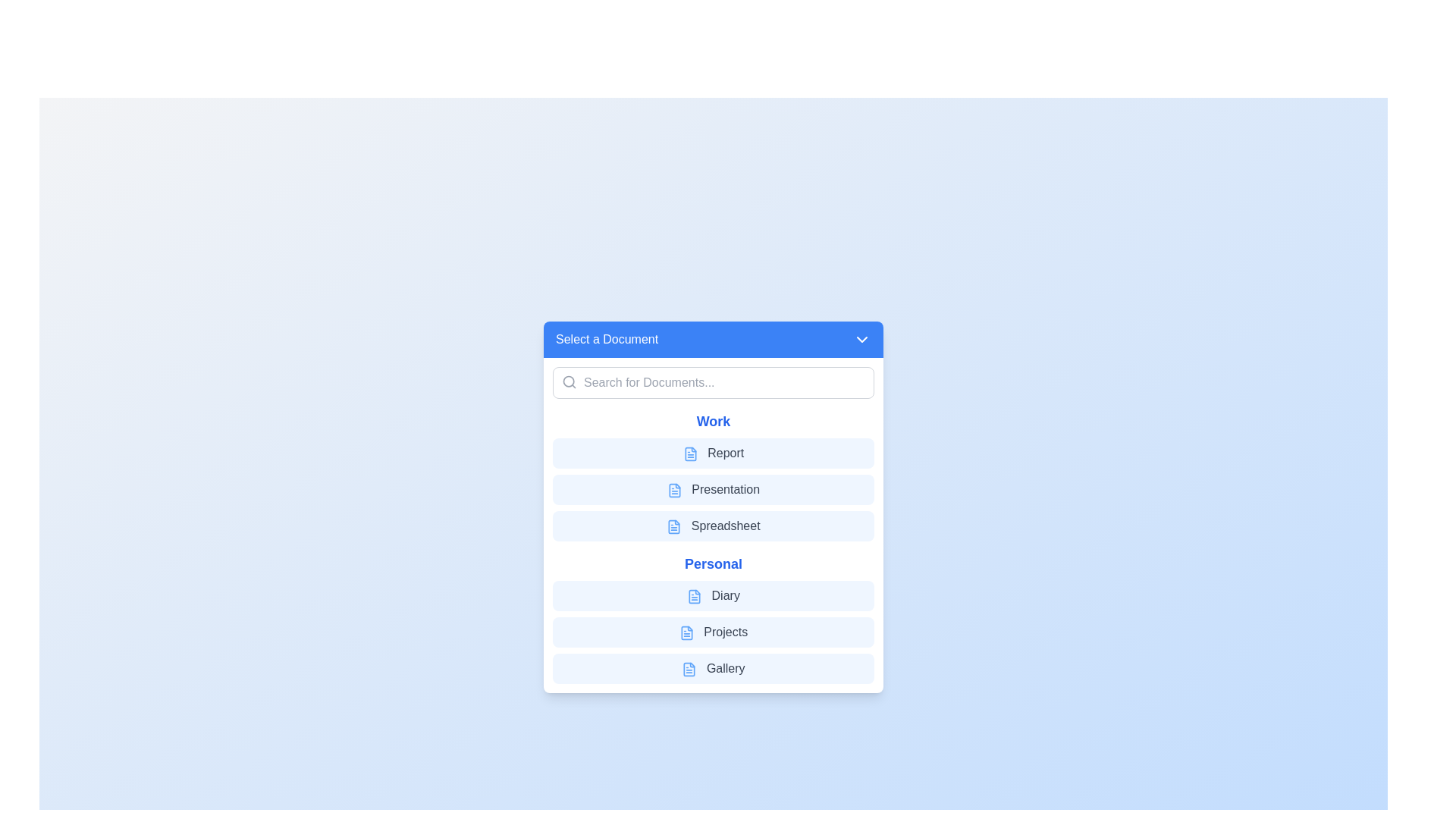 The width and height of the screenshot is (1456, 819). I want to click on the 'Presentation' button, which is the second item under the 'Work' heading, so click(712, 489).